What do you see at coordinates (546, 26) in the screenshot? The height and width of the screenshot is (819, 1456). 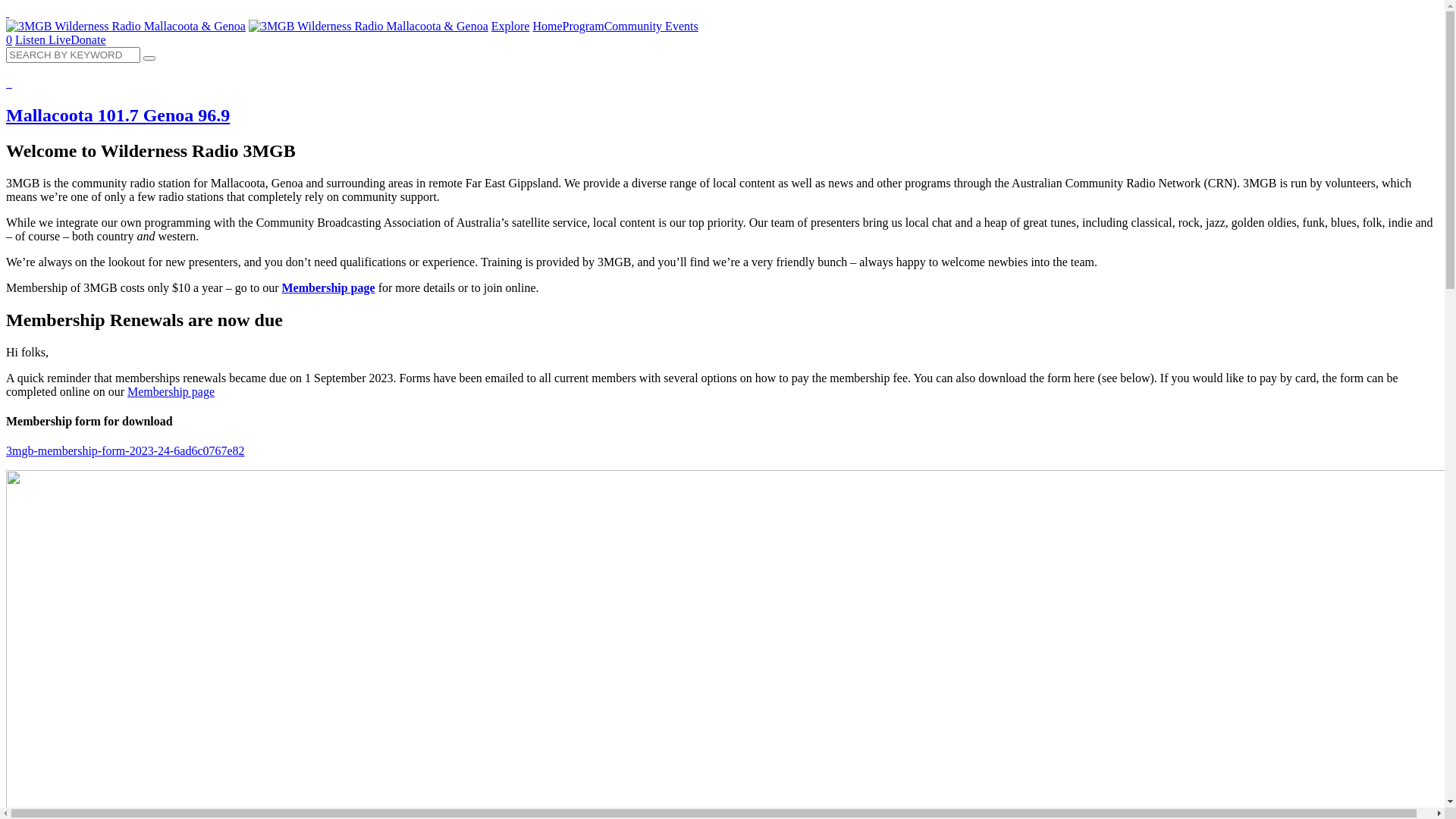 I see `'Home'` at bounding box center [546, 26].